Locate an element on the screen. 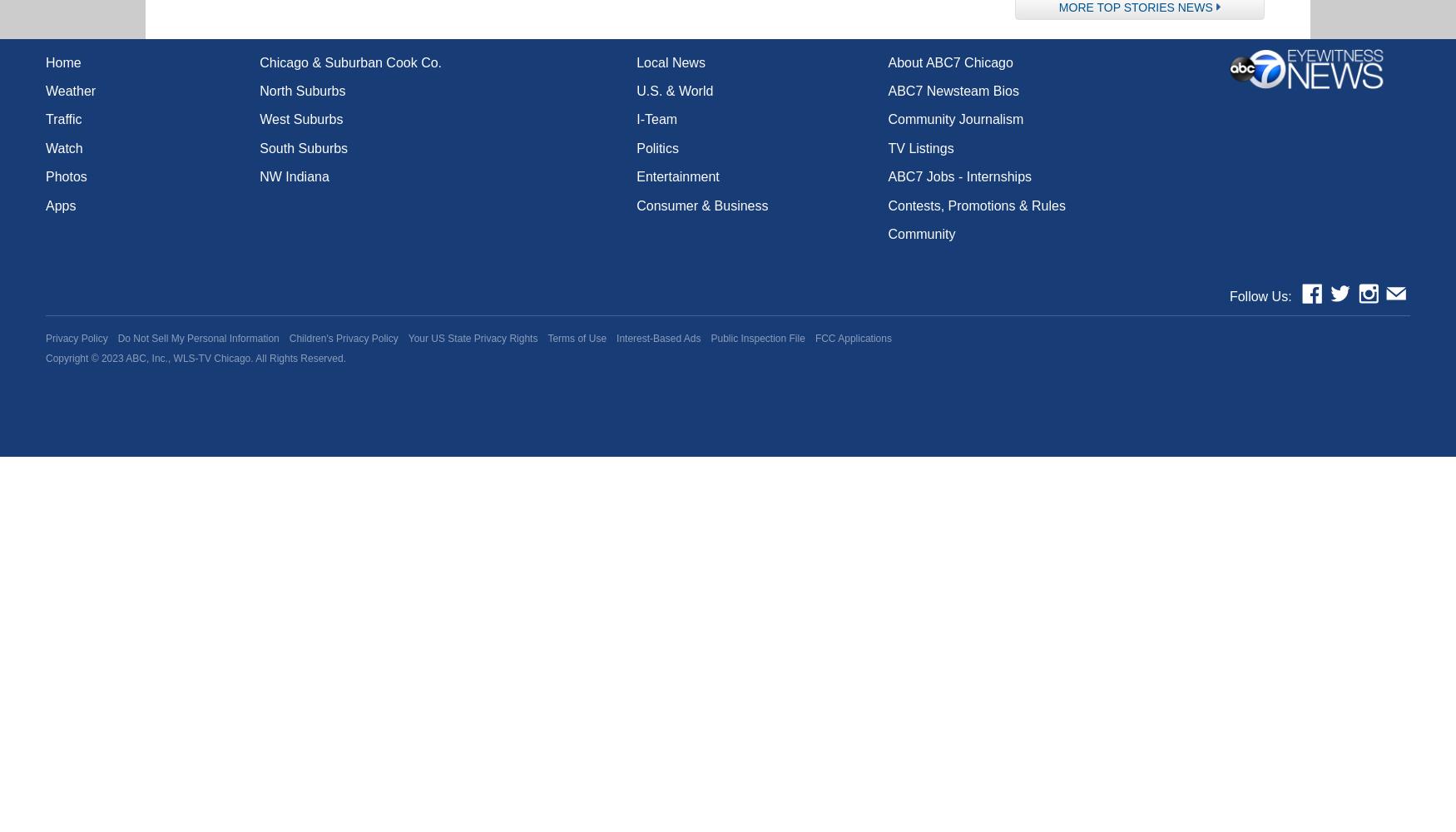 The image size is (1456, 832). '2023' is located at coordinates (111, 359).